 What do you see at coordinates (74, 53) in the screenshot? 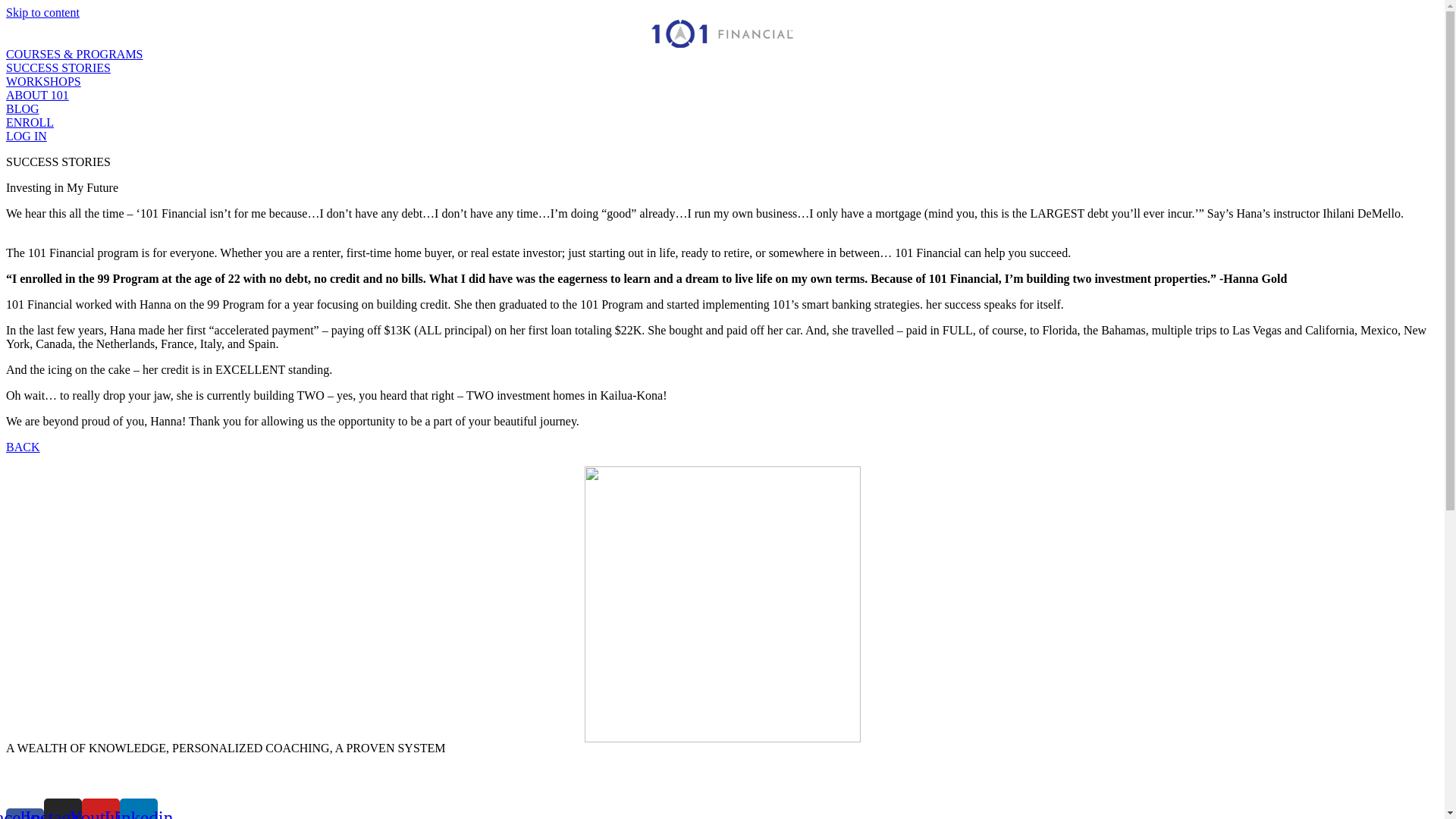
I see `'COURSES & PROGRAMS'` at bounding box center [74, 53].